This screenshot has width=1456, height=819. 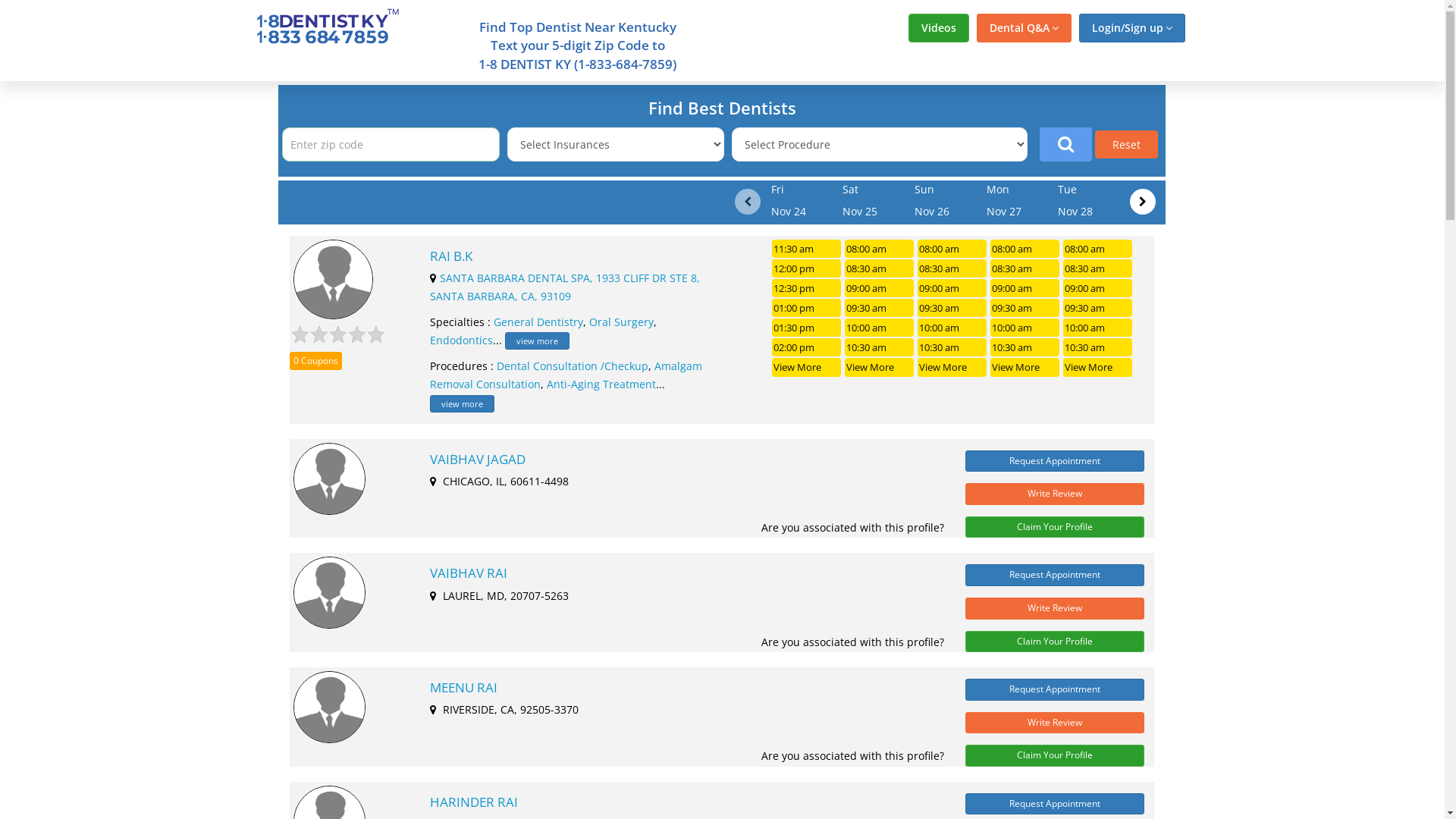 What do you see at coordinates (805, 347) in the screenshot?
I see `'02:00 pm'` at bounding box center [805, 347].